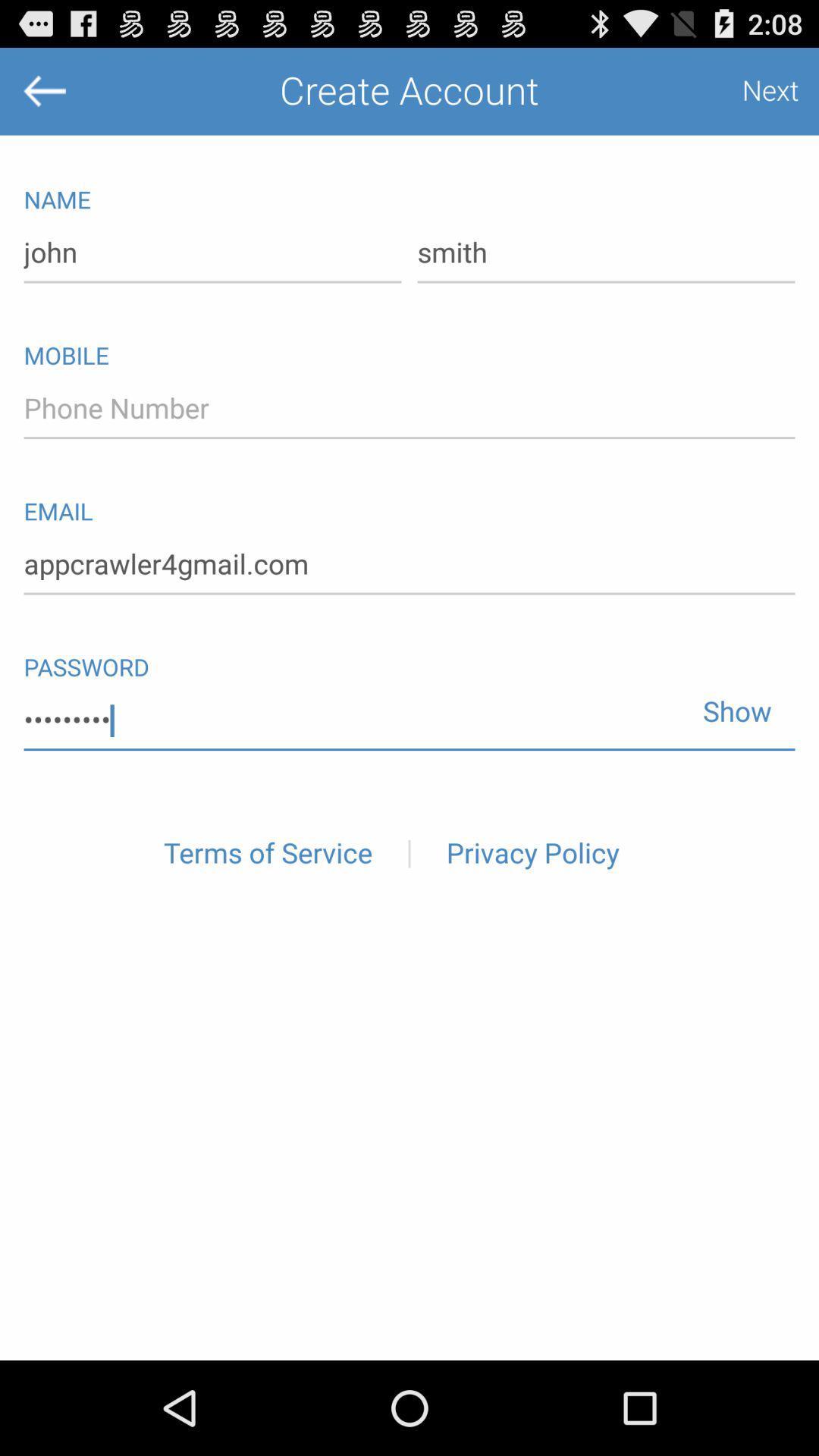 Image resolution: width=819 pixels, height=1456 pixels. Describe the element at coordinates (755, 90) in the screenshot. I see `the item next to create account item` at that location.